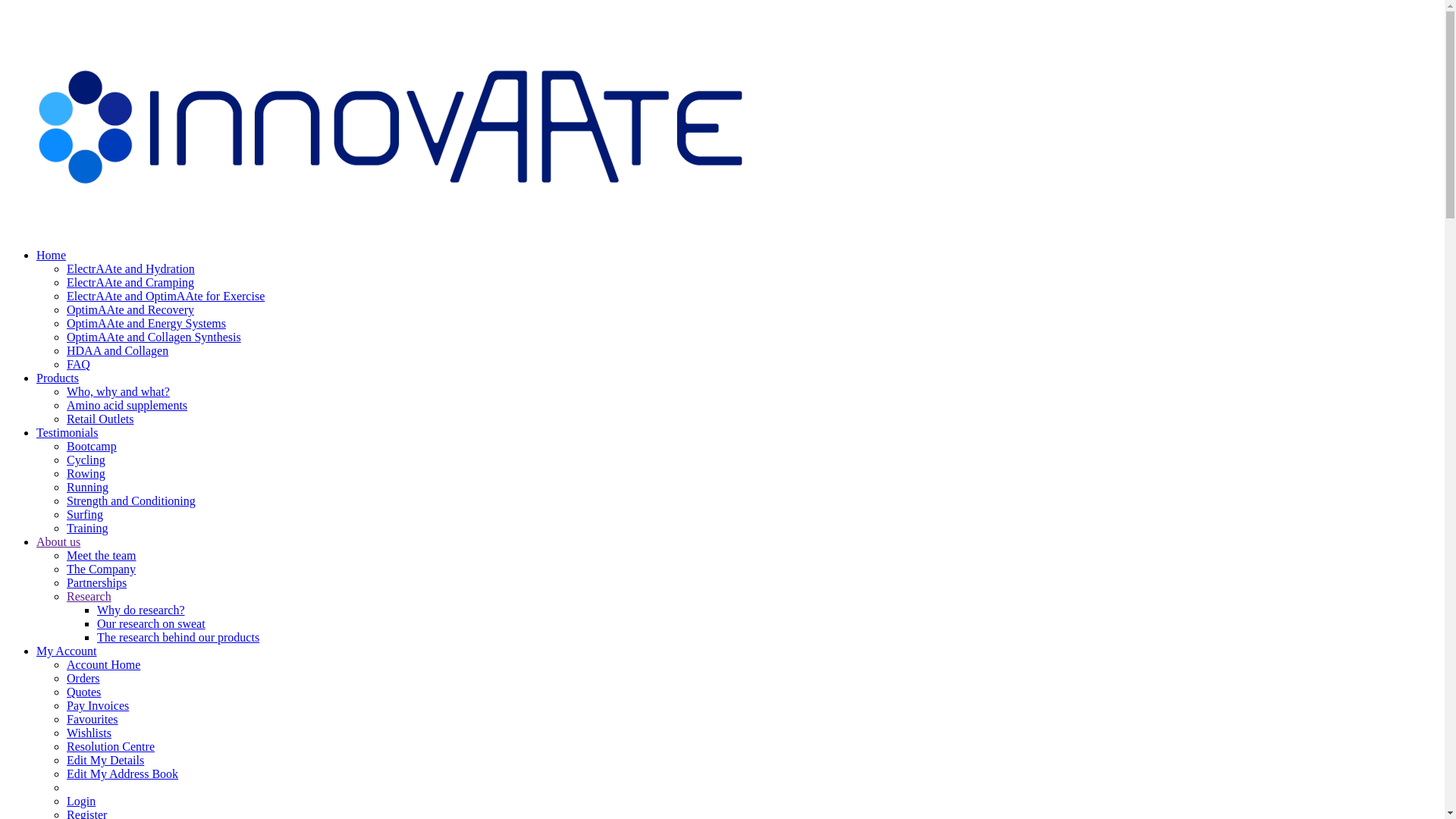  What do you see at coordinates (65, 391) in the screenshot?
I see `'Who, why and what?'` at bounding box center [65, 391].